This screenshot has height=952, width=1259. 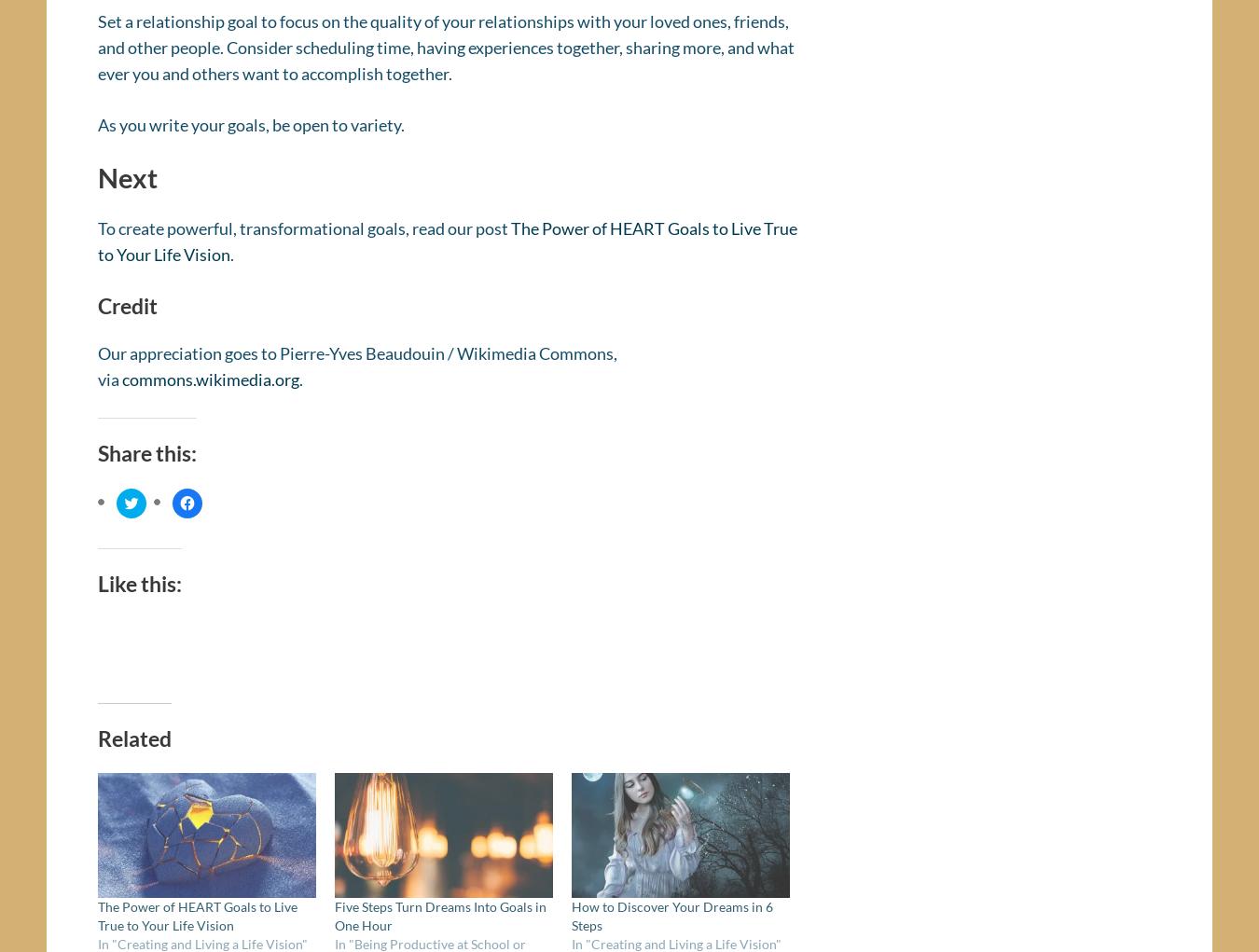 What do you see at coordinates (188, 359) in the screenshot?
I see `'Our appreciation goes to'` at bounding box center [188, 359].